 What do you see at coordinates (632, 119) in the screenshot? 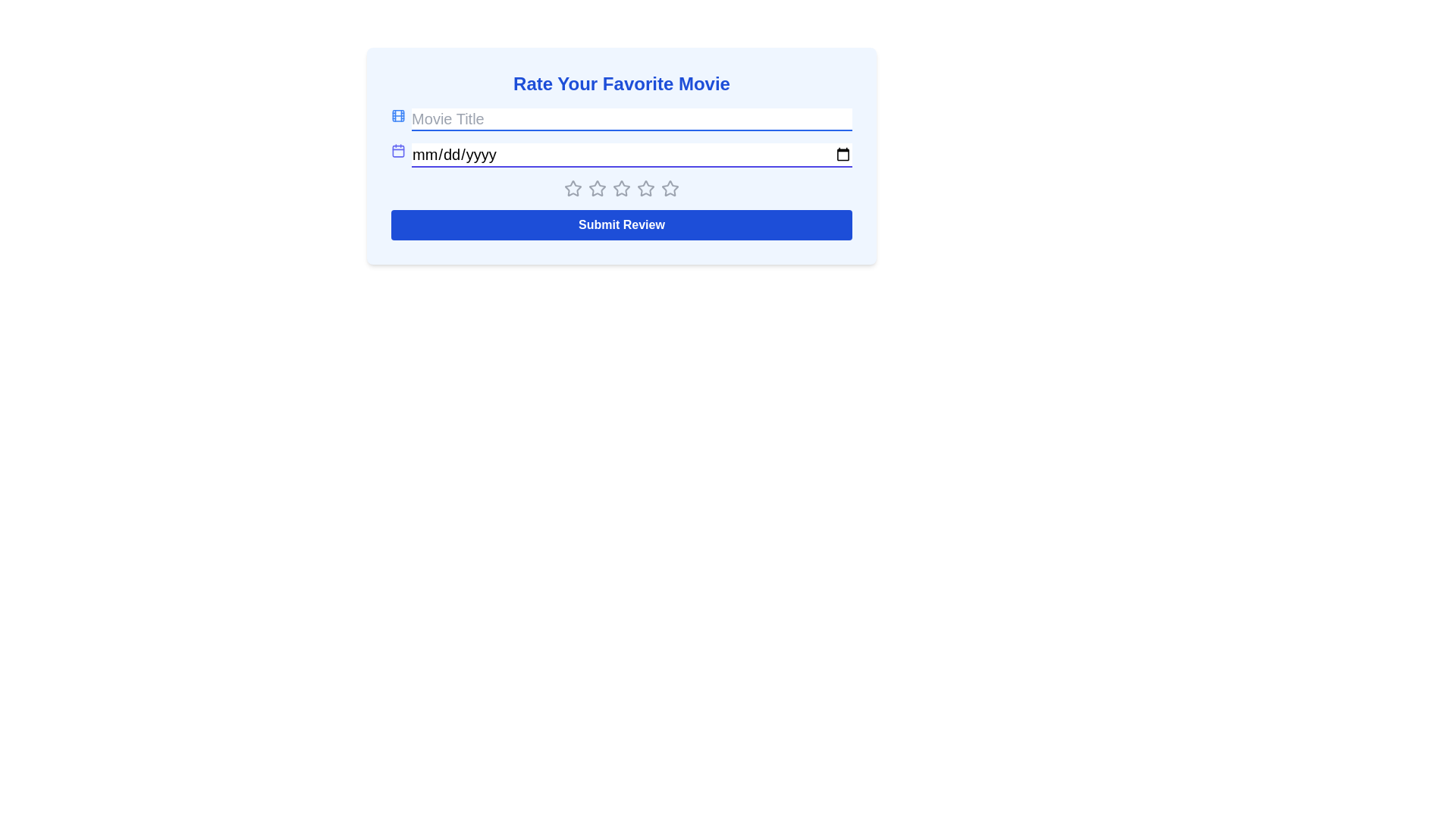
I see `the text input field with the placeholder 'Movie Title' to focus on it` at bounding box center [632, 119].